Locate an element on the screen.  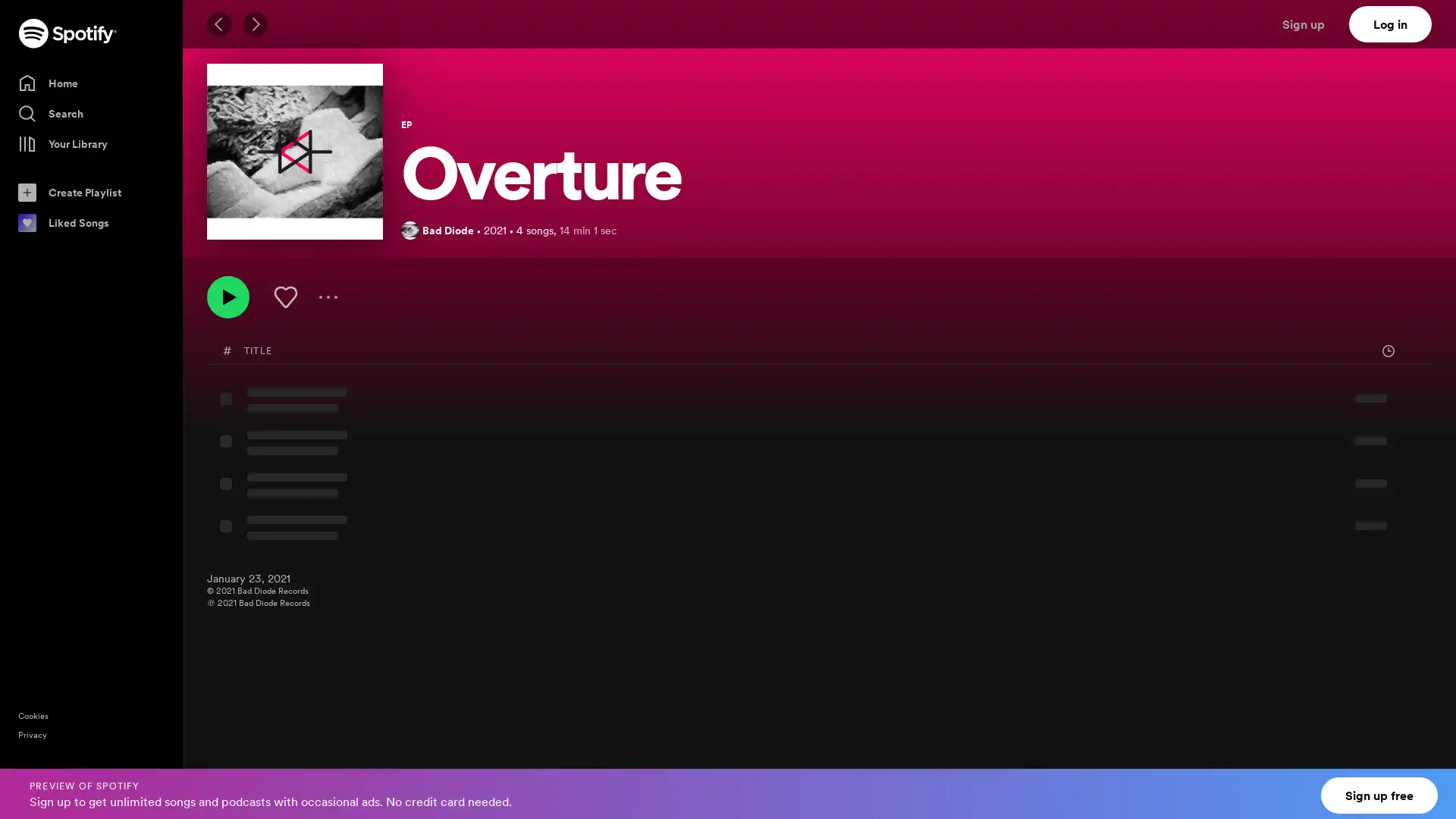
Play MissingNo. by Bad Diode is located at coordinates (225, 483).